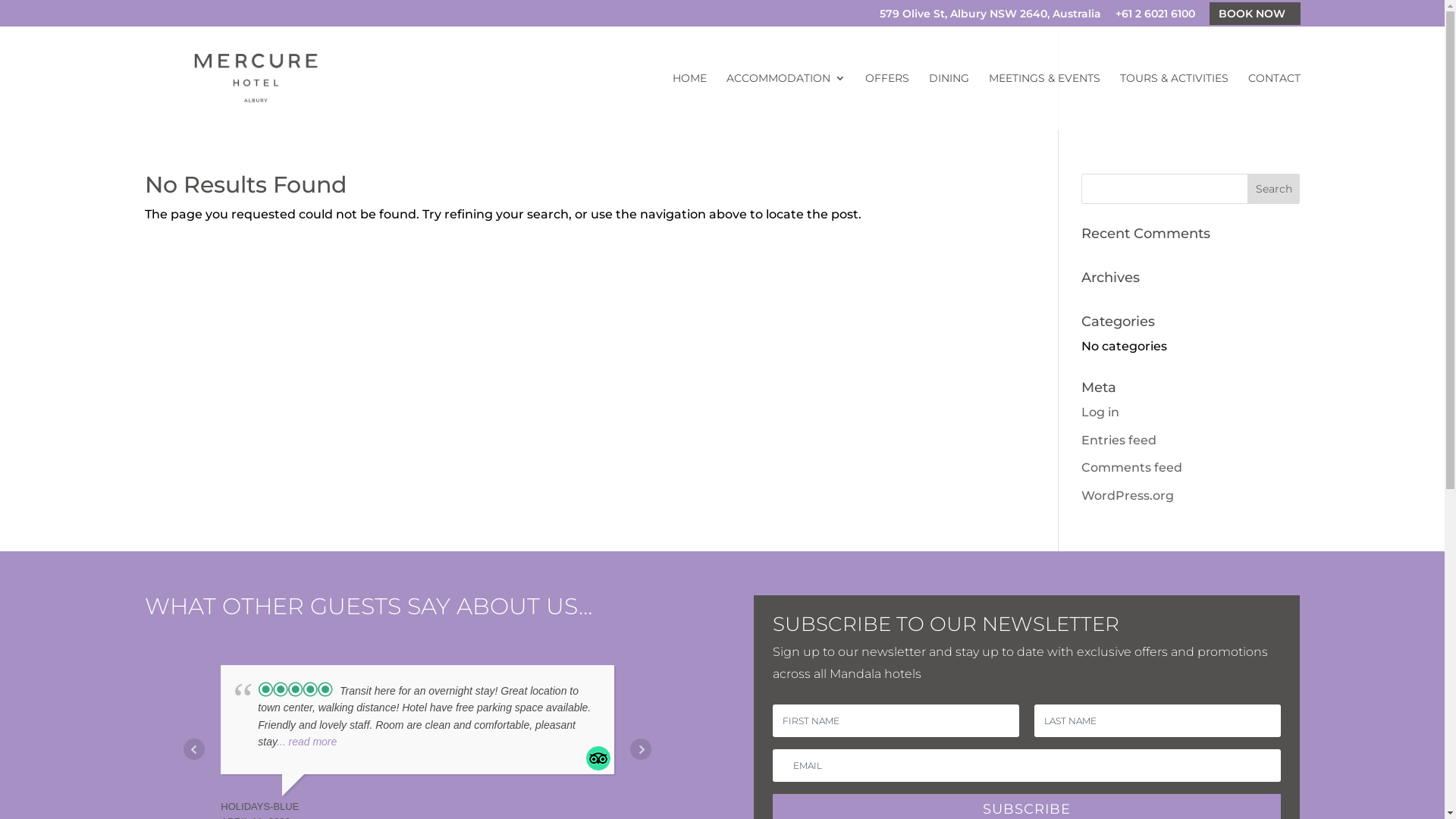 This screenshot has height=819, width=1456. Describe the element at coordinates (1153, 17) in the screenshot. I see `'+61 2 6021 6100'` at that location.